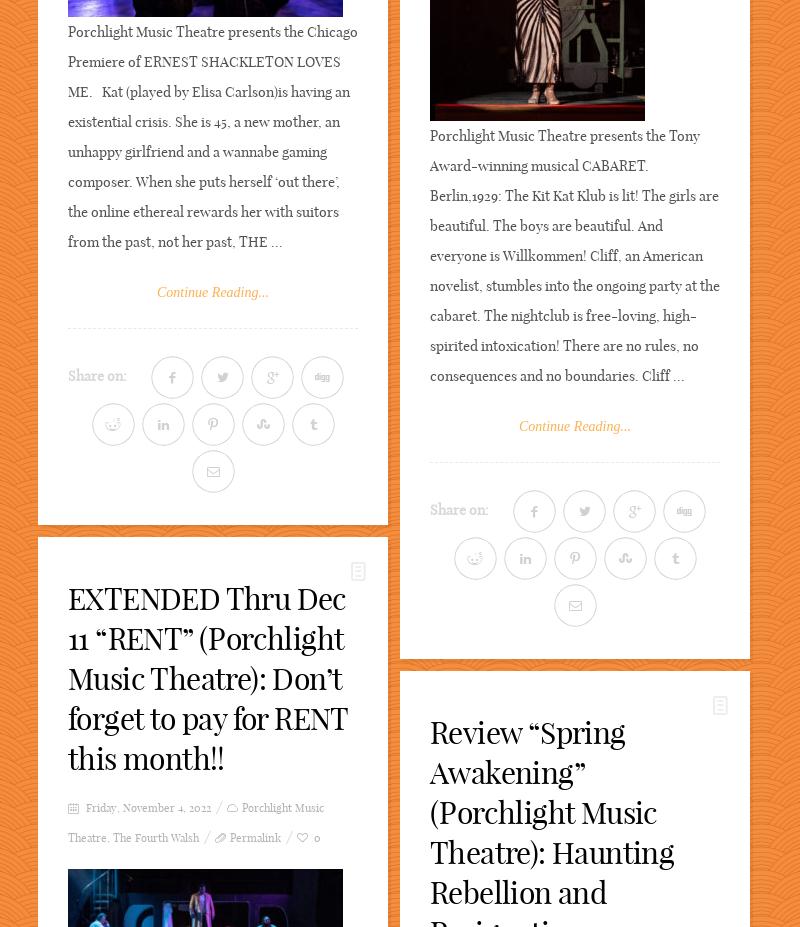 The height and width of the screenshot is (927, 800). What do you see at coordinates (316, 838) in the screenshot?
I see `'0'` at bounding box center [316, 838].